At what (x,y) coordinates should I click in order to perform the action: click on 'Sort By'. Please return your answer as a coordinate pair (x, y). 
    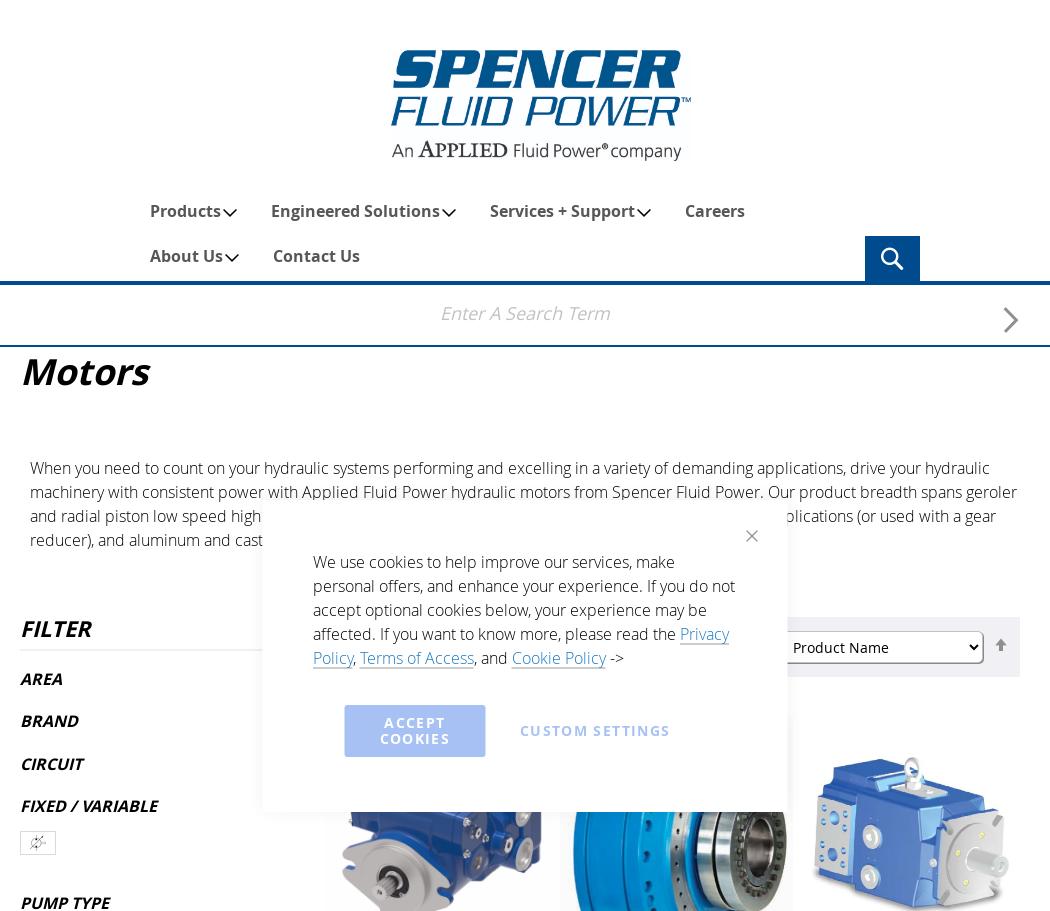
    Looking at the image, I should click on (741, 645).